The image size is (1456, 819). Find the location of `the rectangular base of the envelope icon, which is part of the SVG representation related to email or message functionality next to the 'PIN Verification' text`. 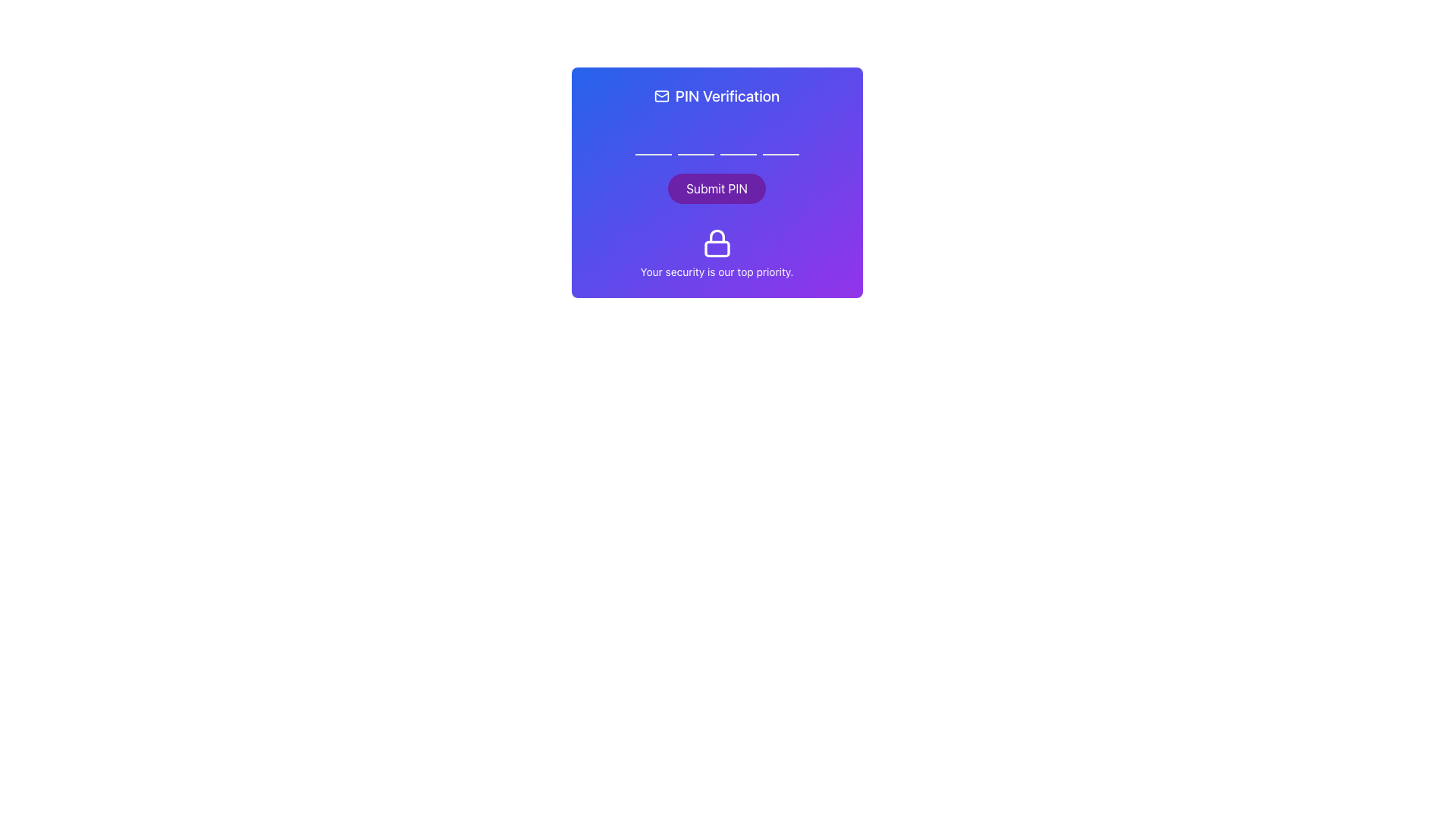

the rectangular base of the envelope icon, which is part of the SVG representation related to email or message functionality next to the 'PIN Verification' text is located at coordinates (661, 96).